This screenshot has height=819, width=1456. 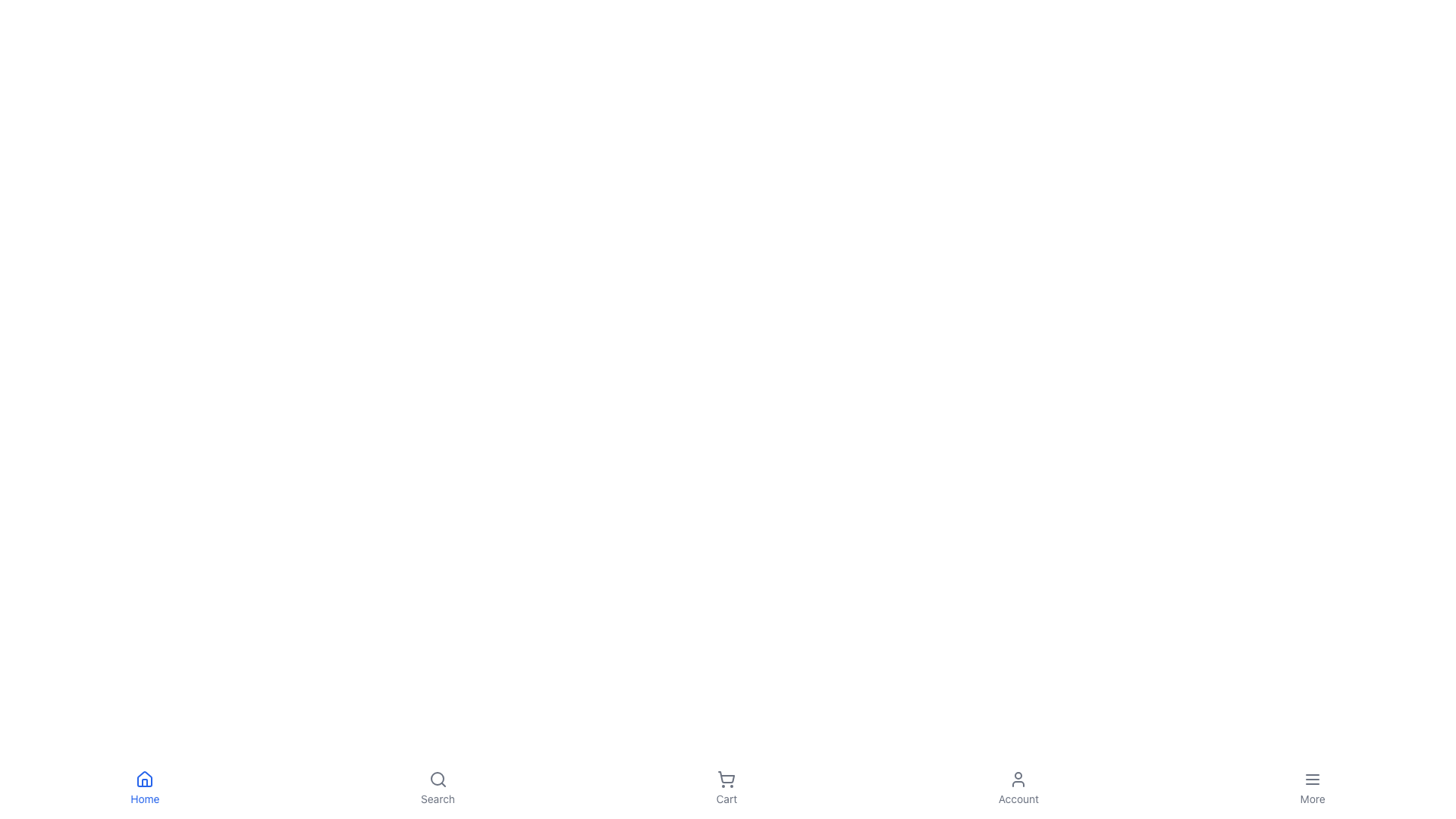 What do you see at coordinates (1018, 780) in the screenshot?
I see `the user profile icon in the bottom navigation bar` at bounding box center [1018, 780].